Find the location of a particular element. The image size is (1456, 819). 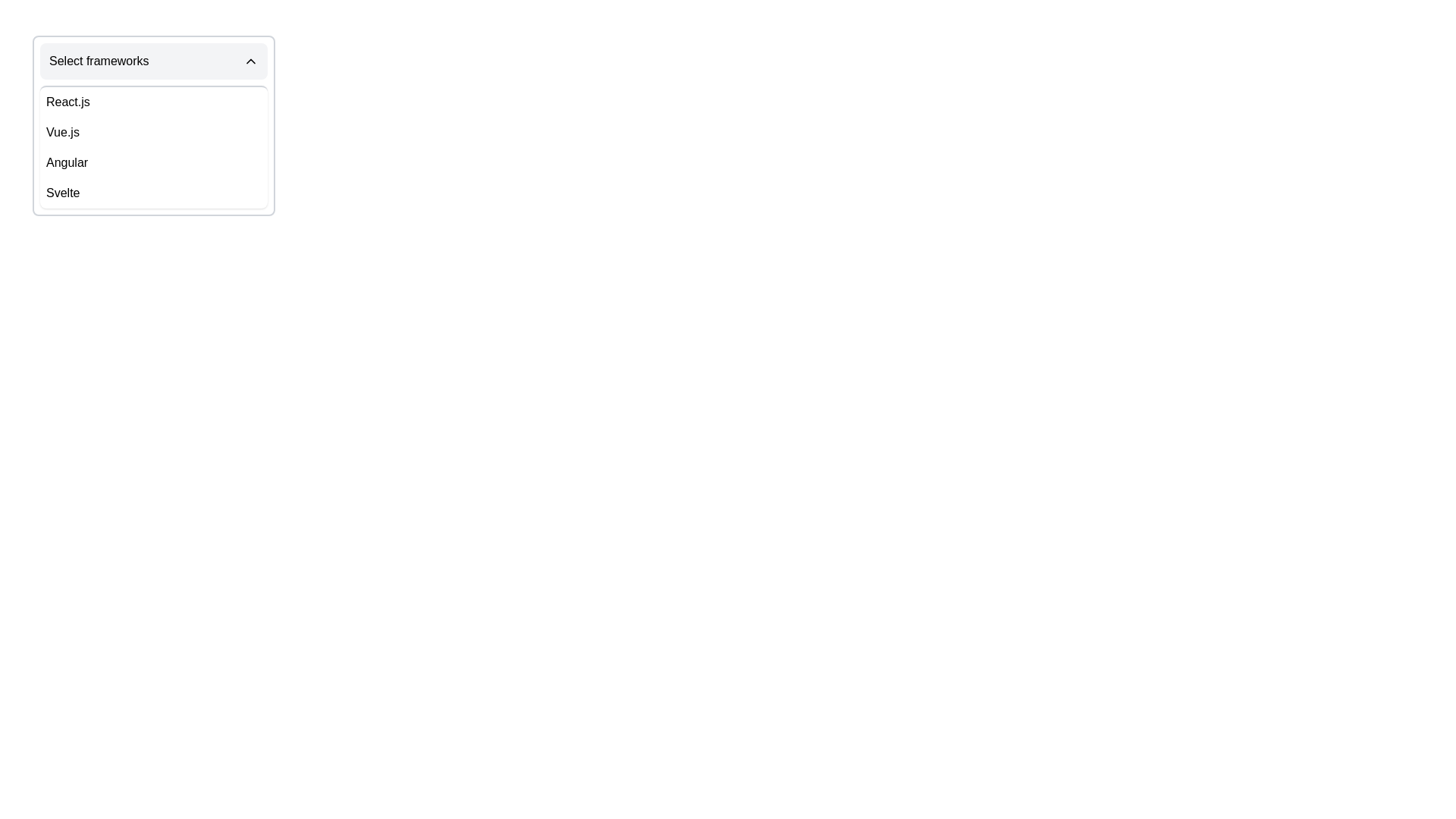

the first selectable item in the 'Select frameworks' dropdown menu is located at coordinates (153, 102).